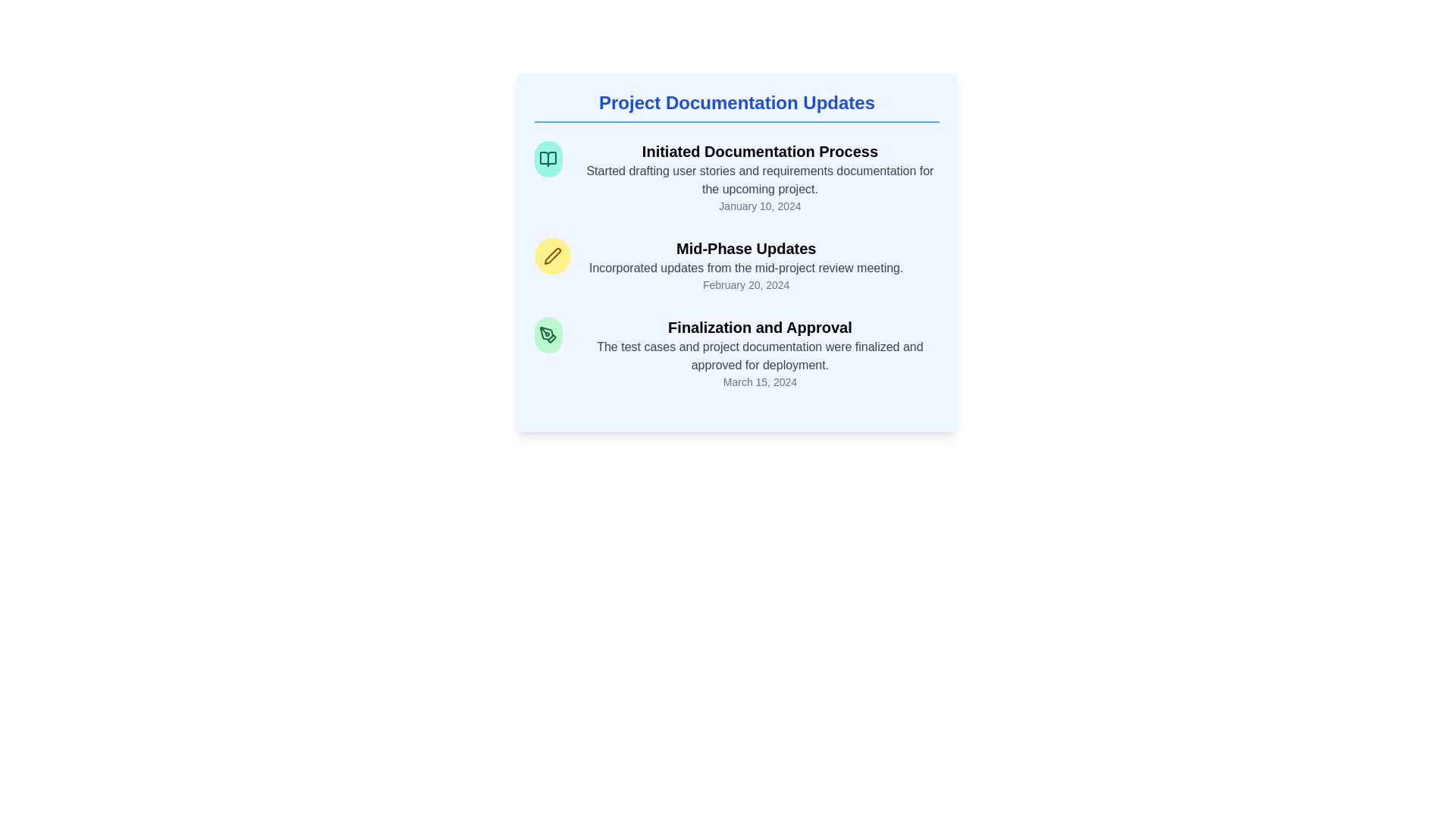 The width and height of the screenshot is (1456, 819). Describe the element at coordinates (760, 356) in the screenshot. I see `the descriptive text block that provides information about the completion of test cases and project documentation in the 'Finalization and Approval' section of the timeline` at that location.